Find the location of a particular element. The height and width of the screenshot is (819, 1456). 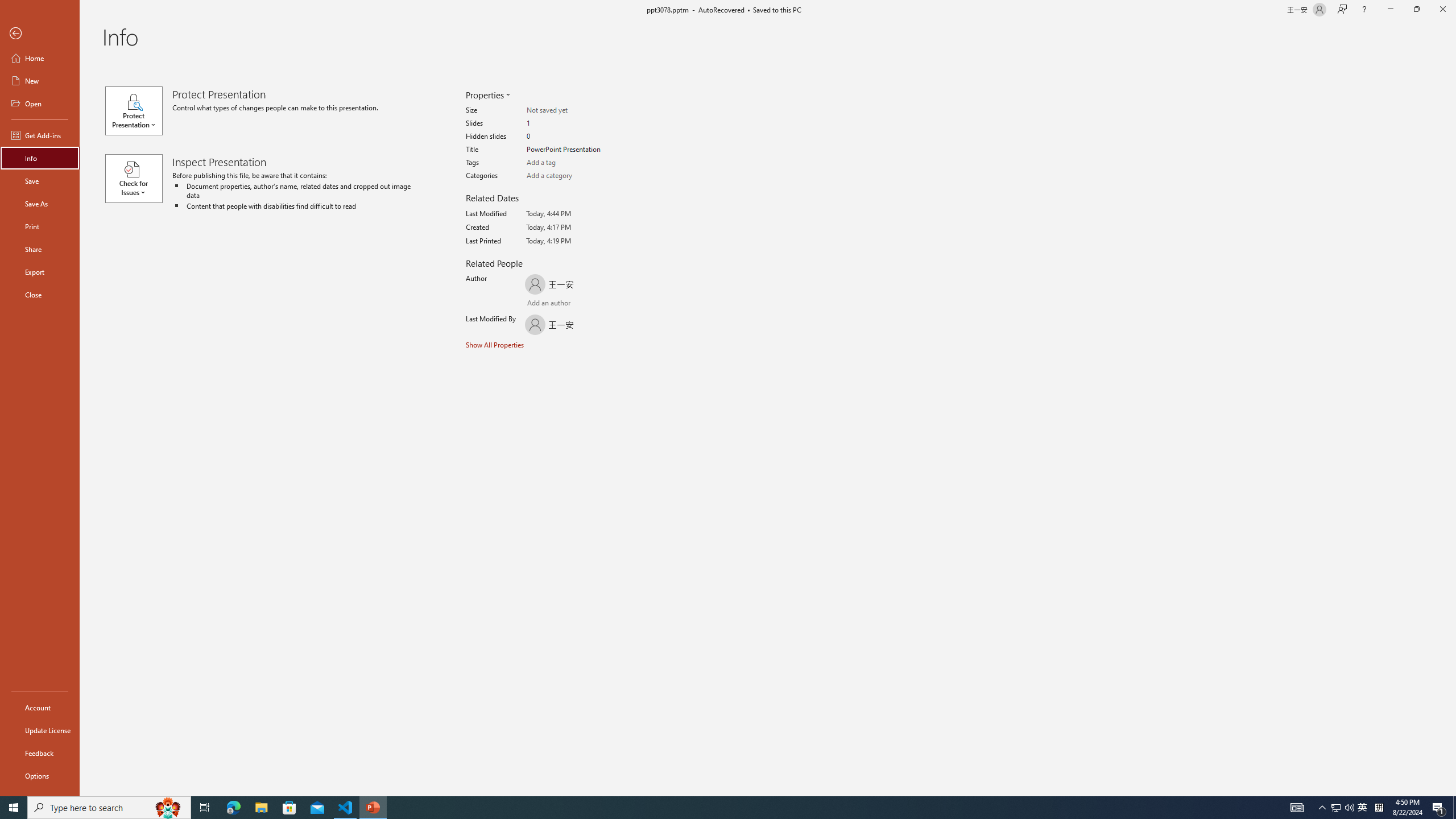

'Slides' is located at coordinates (570, 123).